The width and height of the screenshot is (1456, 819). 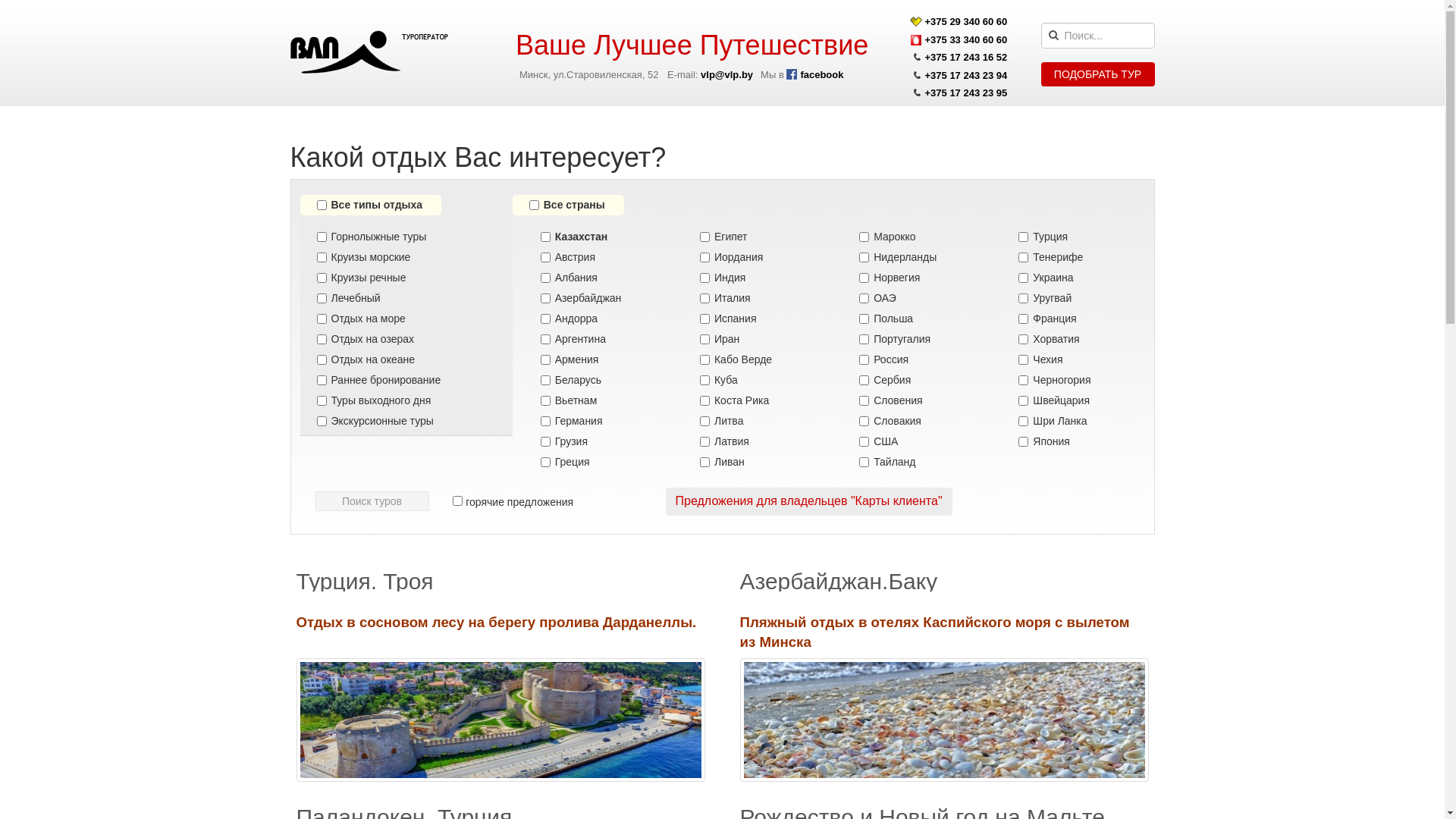 What do you see at coordinates (924, 56) in the screenshot?
I see `'+375 17 243 16 52'` at bounding box center [924, 56].